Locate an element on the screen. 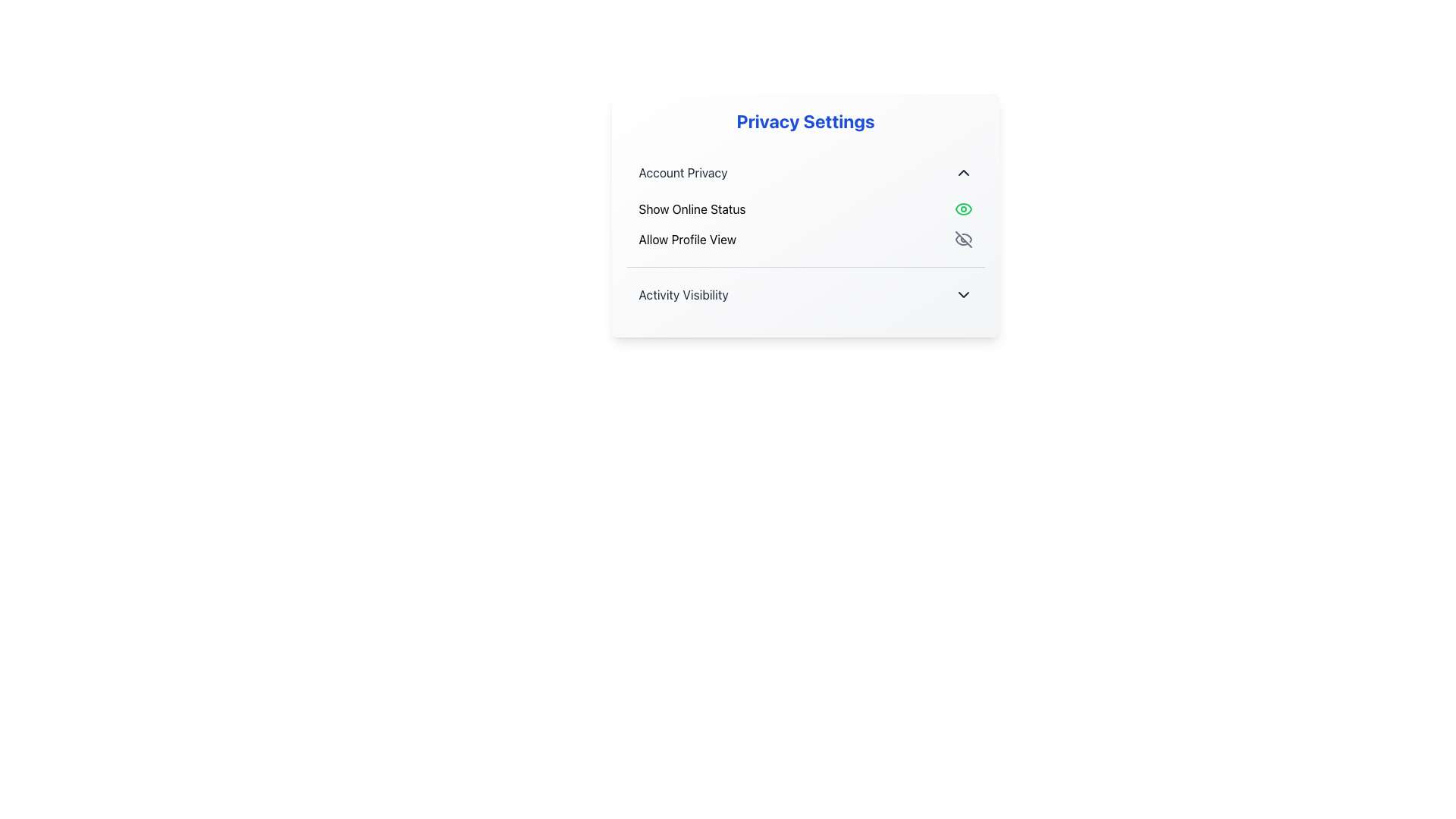  the green eye-shaped icon located to the right of the 'Allow Profile View' text in the 'Privacy Settings' section, which indicates visibility options is located at coordinates (962, 209).